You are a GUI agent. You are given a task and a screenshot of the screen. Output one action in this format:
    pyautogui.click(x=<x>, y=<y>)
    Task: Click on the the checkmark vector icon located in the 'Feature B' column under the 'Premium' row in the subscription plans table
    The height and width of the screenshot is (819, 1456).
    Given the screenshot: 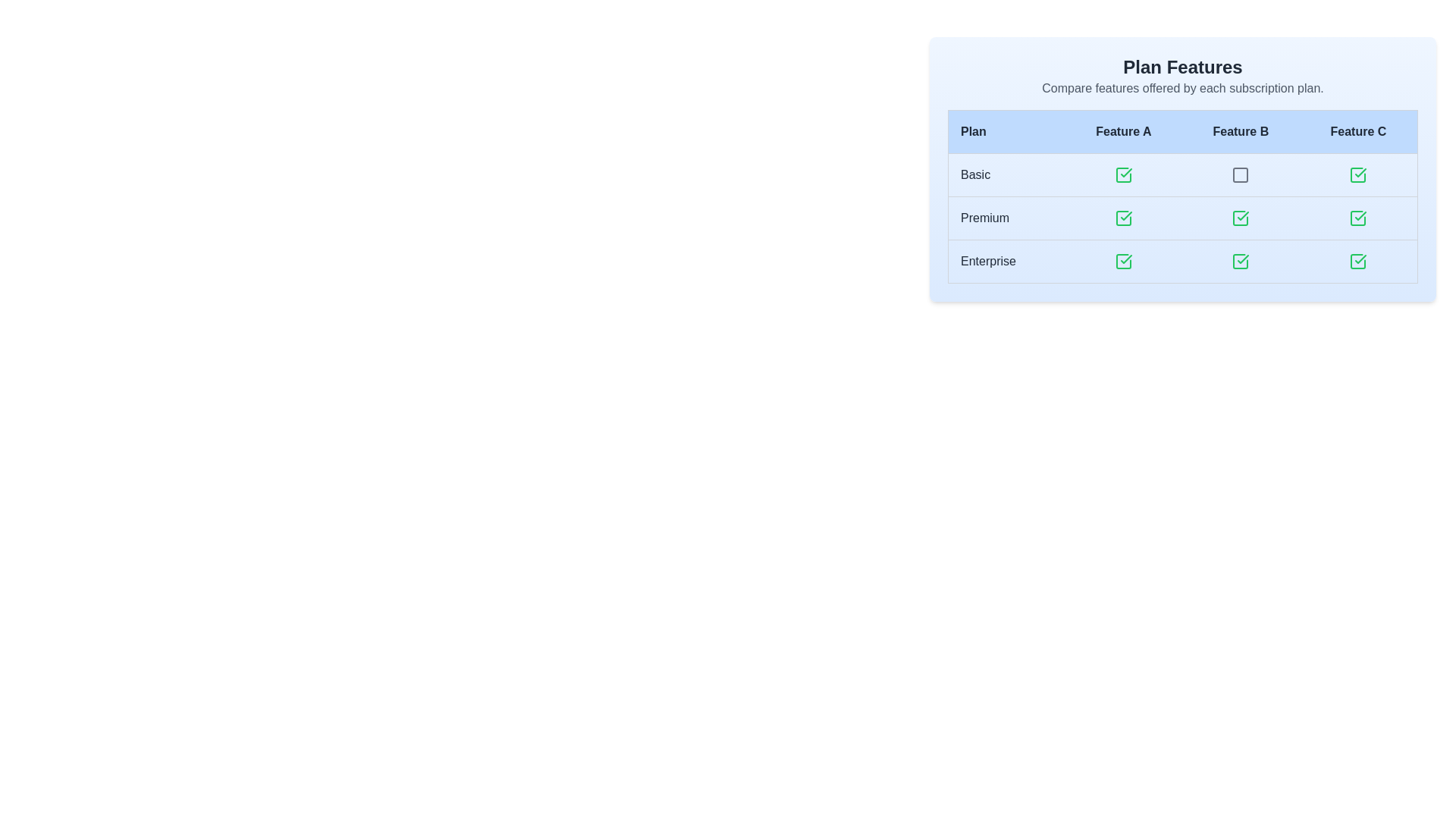 What is the action you would take?
    pyautogui.click(x=1243, y=216)
    